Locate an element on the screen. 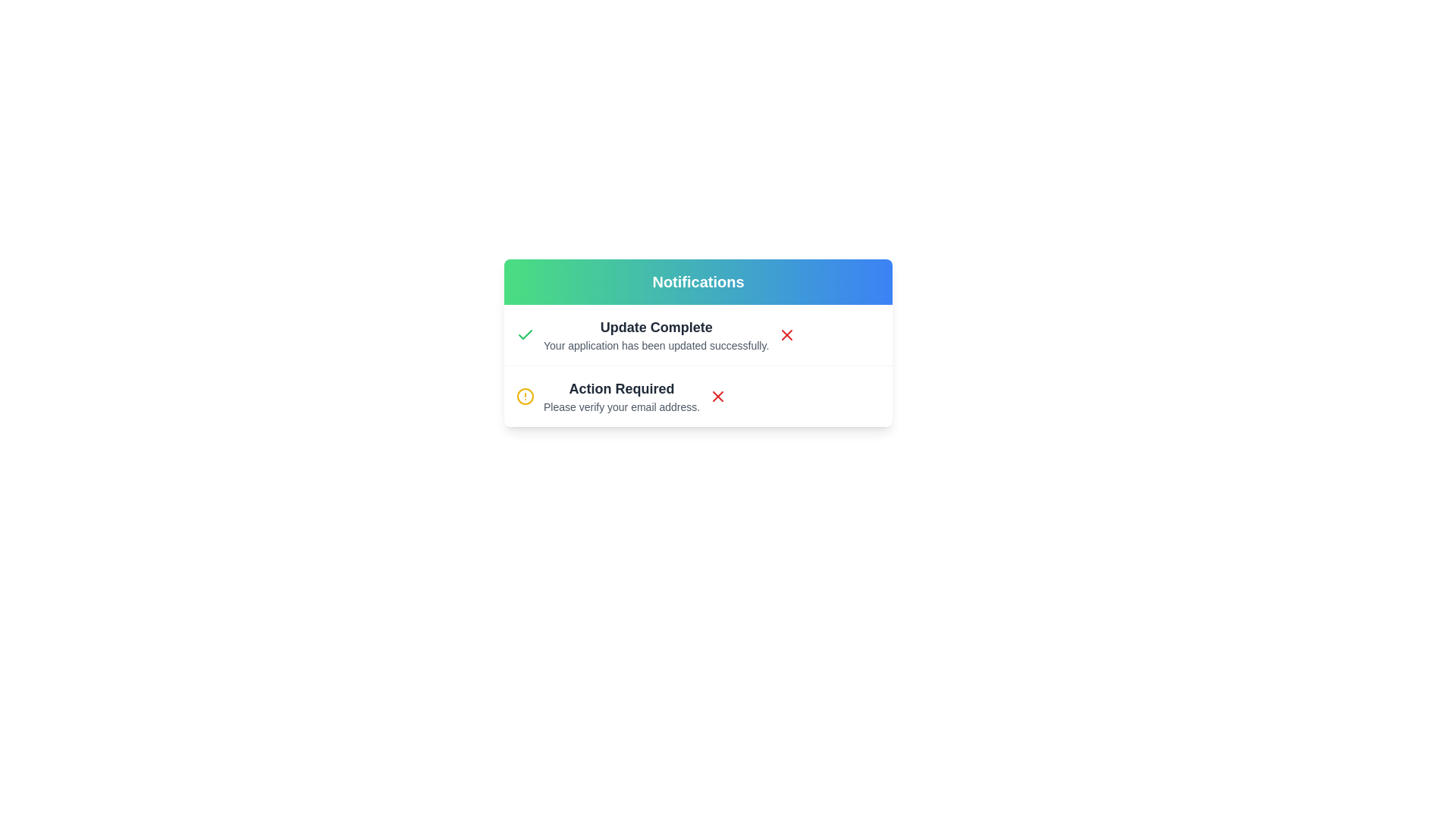 This screenshot has height=819, width=1456. the success completion icon located in the notification interface, which is positioned is located at coordinates (525, 334).